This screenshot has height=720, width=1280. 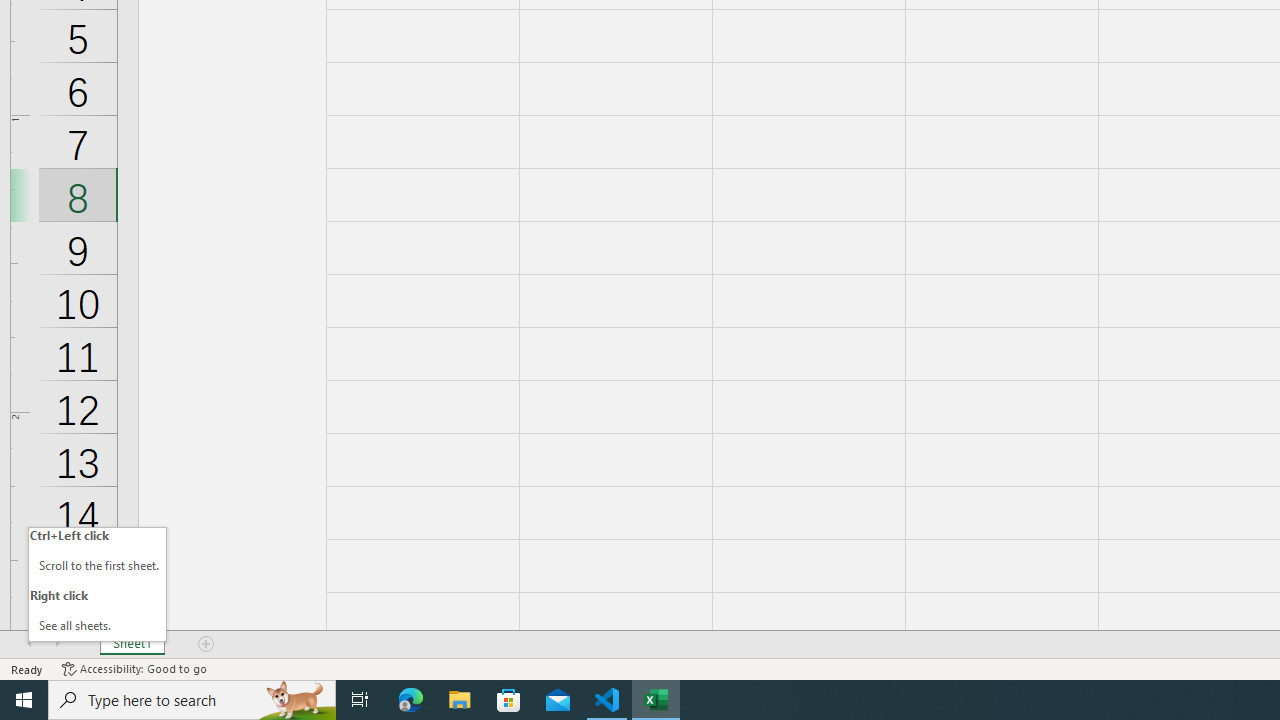 What do you see at coordinates (131, 644) in the screenshot?
I see `'Sheet Tab'` at bounding box center [131, 644].